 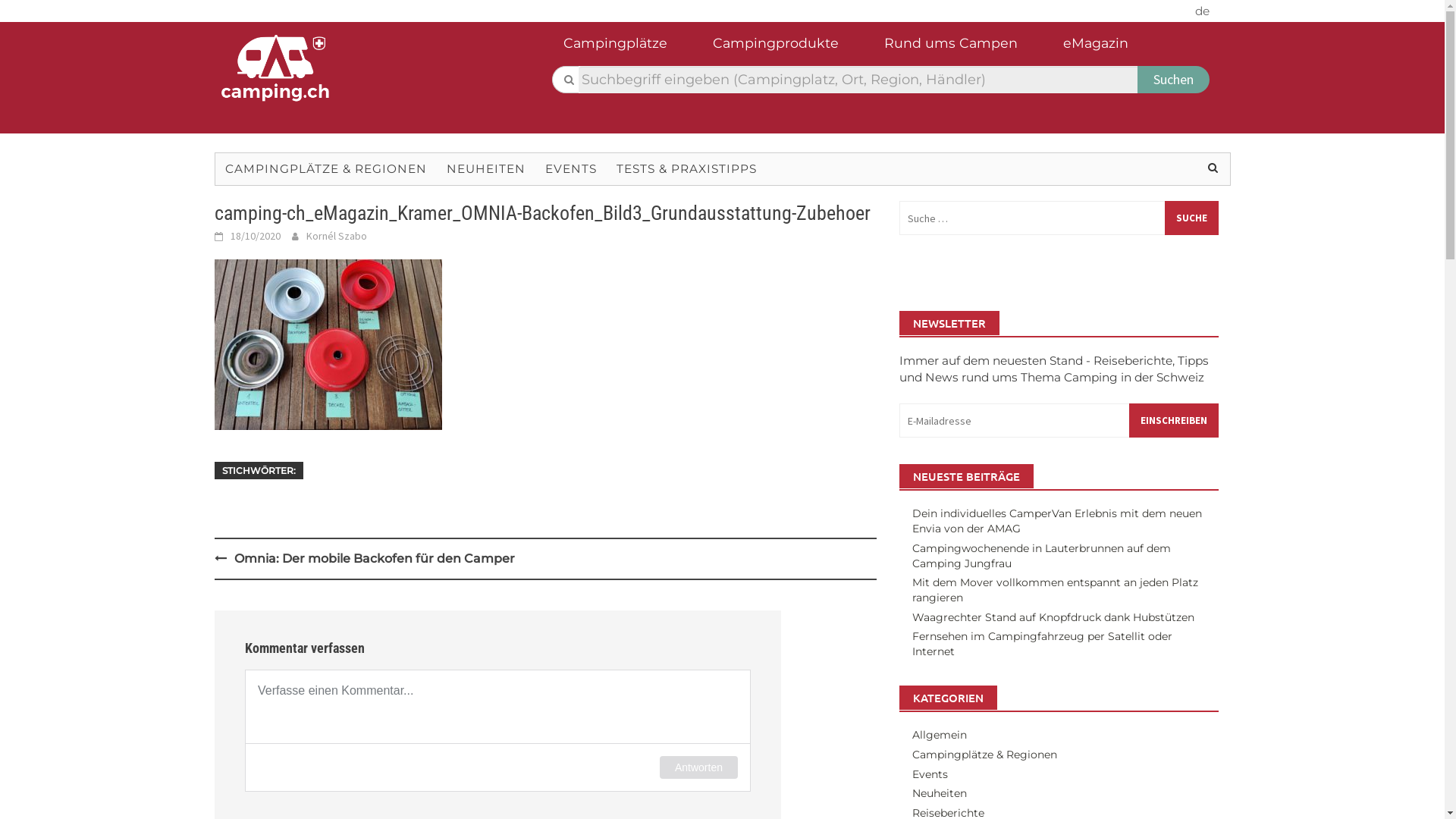 What do you see at coordinates (570, 169) in the screenshot?
I see `'EVENTS'` at bounding box center [570, 169].